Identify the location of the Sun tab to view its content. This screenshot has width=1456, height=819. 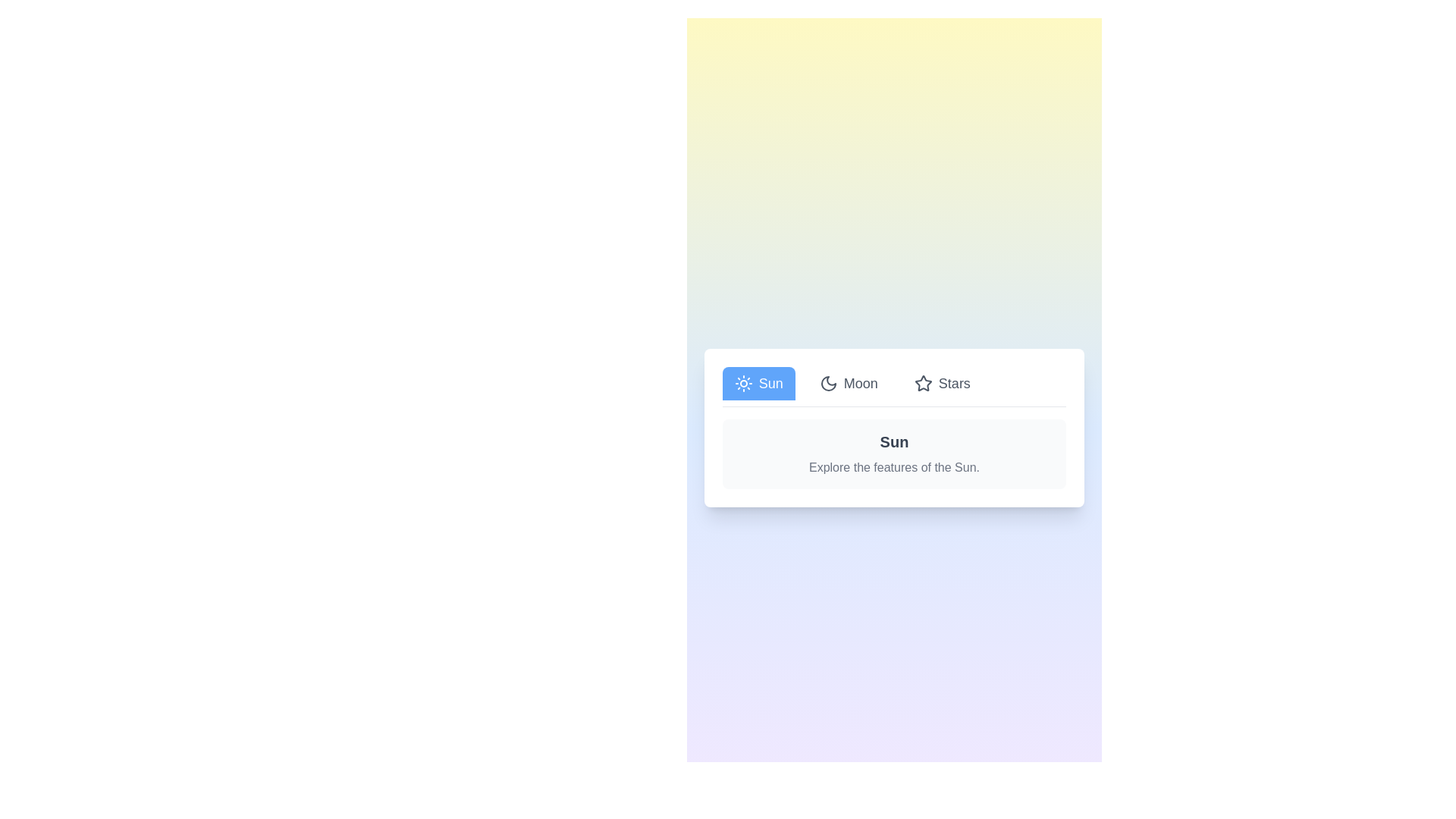
(758, 382).